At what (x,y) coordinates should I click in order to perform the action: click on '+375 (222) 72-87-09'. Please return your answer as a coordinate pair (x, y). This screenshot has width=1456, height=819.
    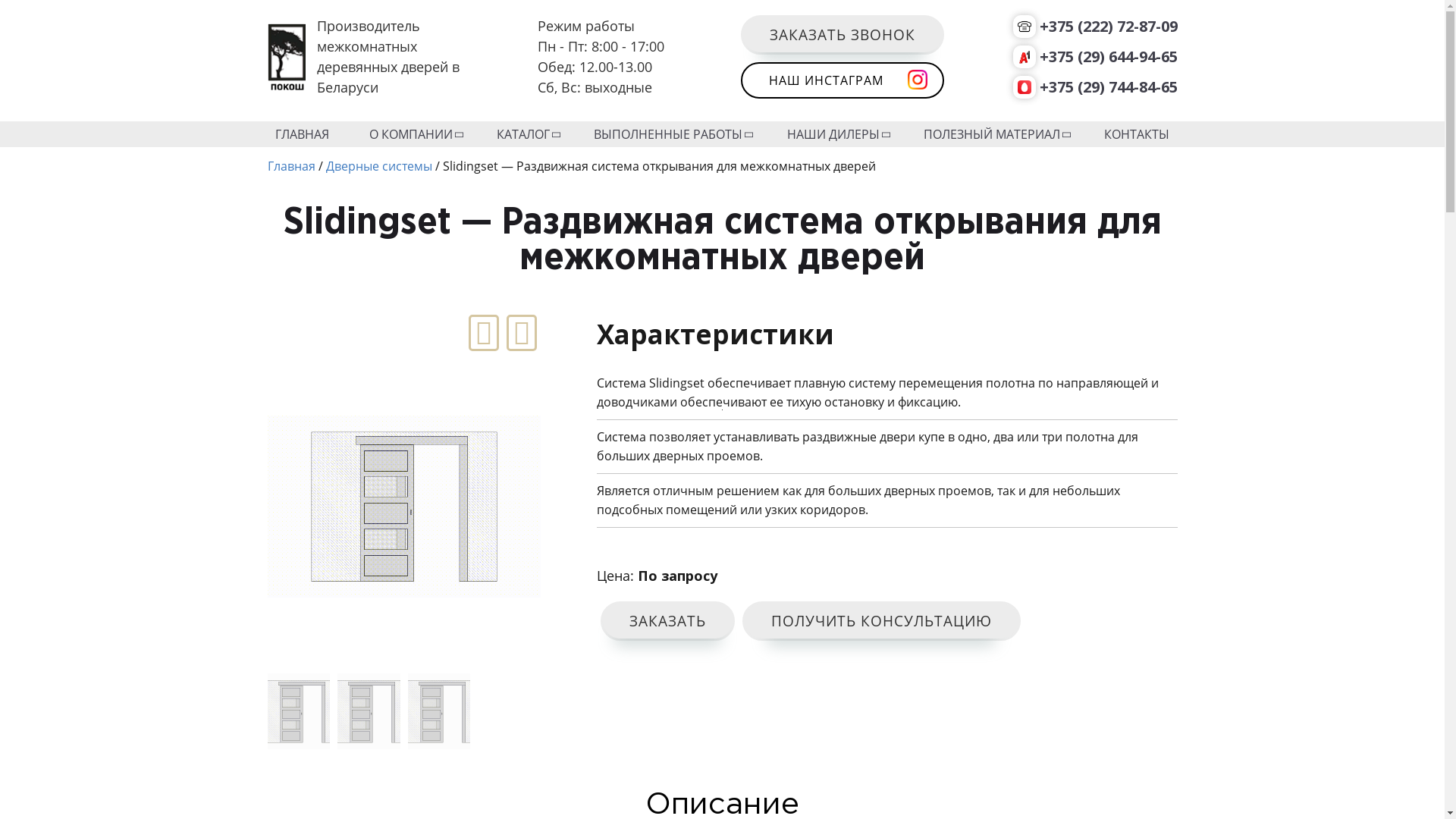
    Looking at the image, I should click on (1012, 26).